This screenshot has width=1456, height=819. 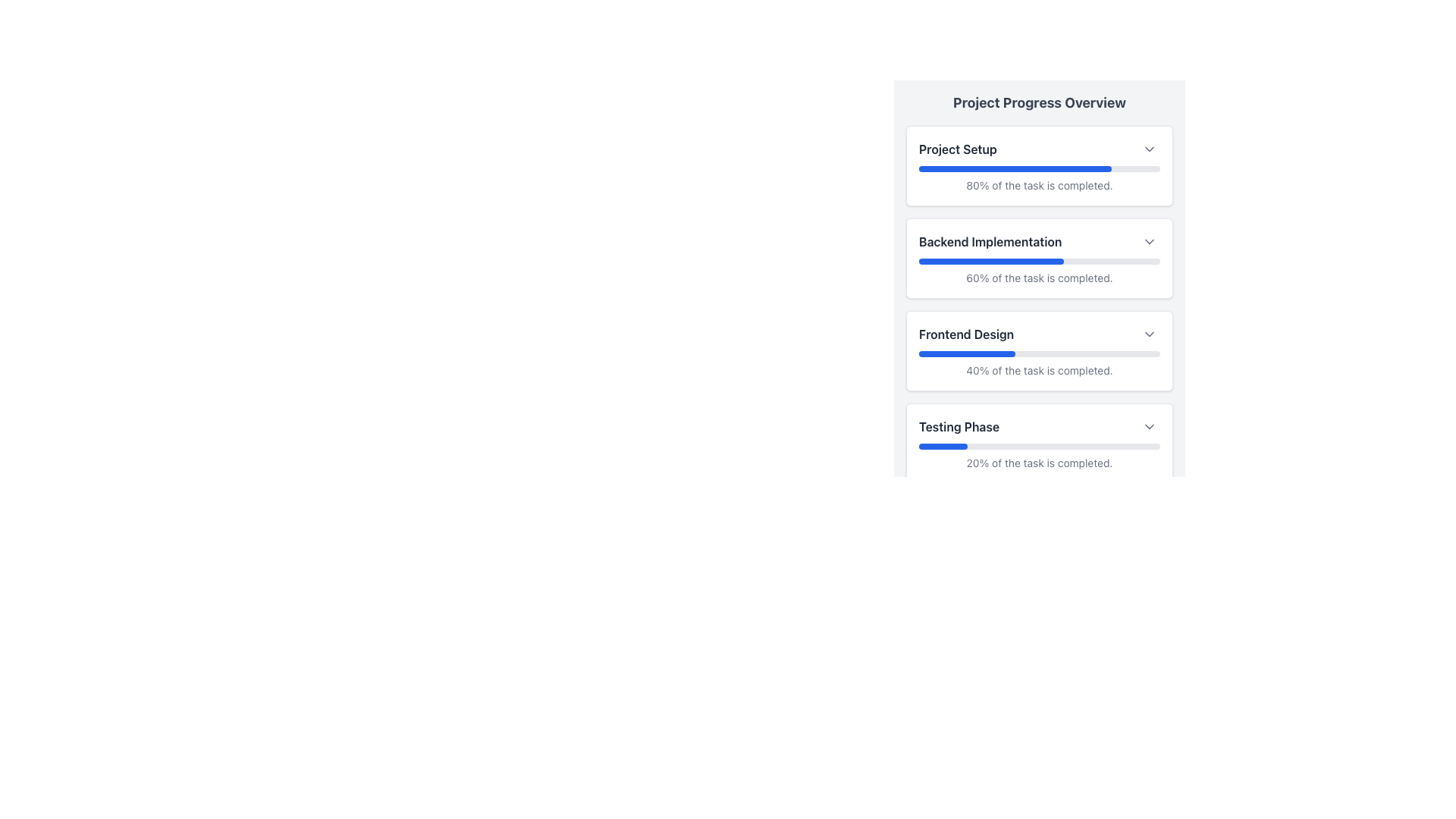 I want to click on informational text label that indicates 20% completion of the 'Testing Phase', located centrally below the progress bar, so click(x=1039, y=462).